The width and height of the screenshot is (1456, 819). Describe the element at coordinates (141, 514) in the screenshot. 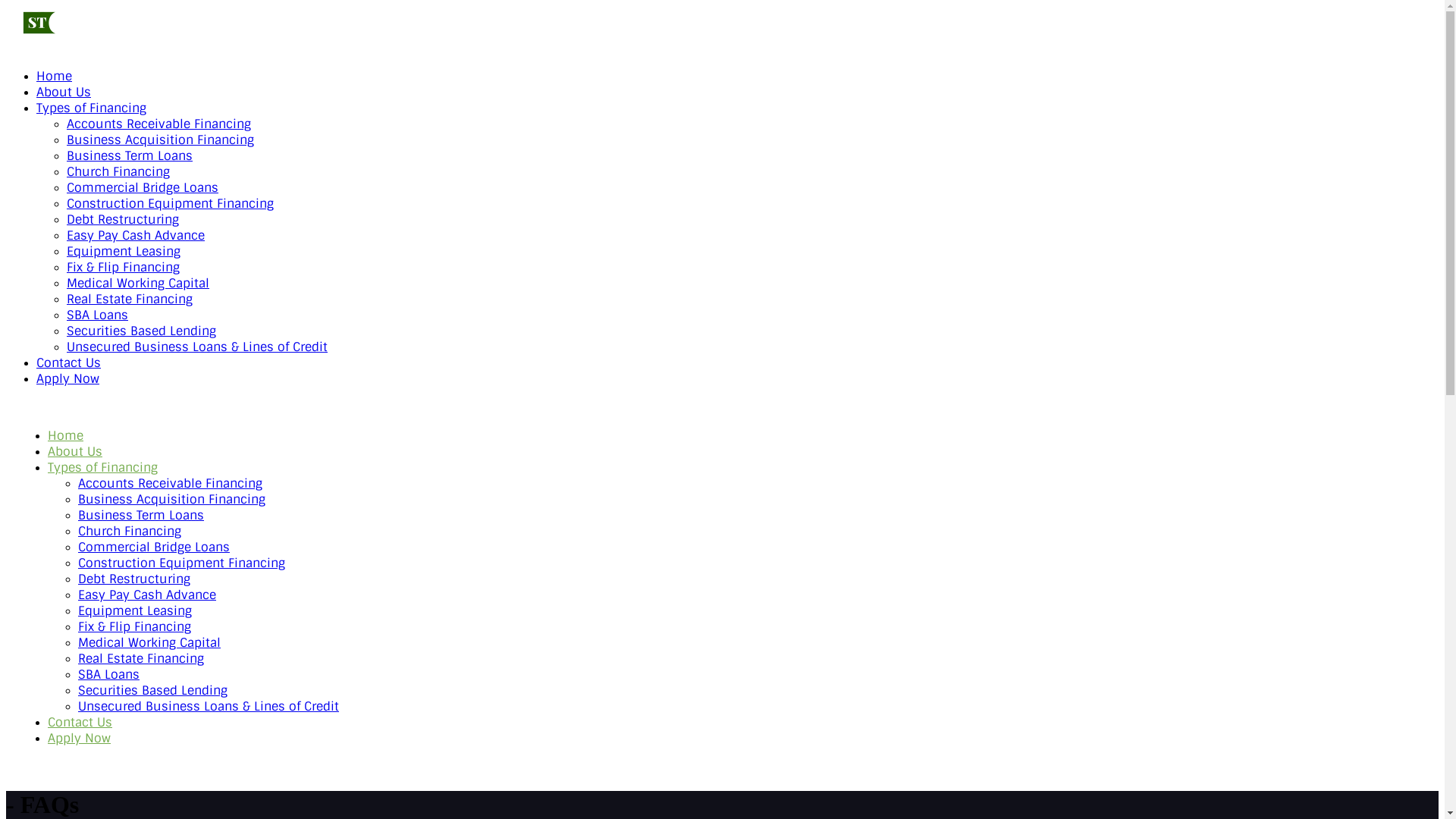

I see `'Business Term Loans'` at that location.